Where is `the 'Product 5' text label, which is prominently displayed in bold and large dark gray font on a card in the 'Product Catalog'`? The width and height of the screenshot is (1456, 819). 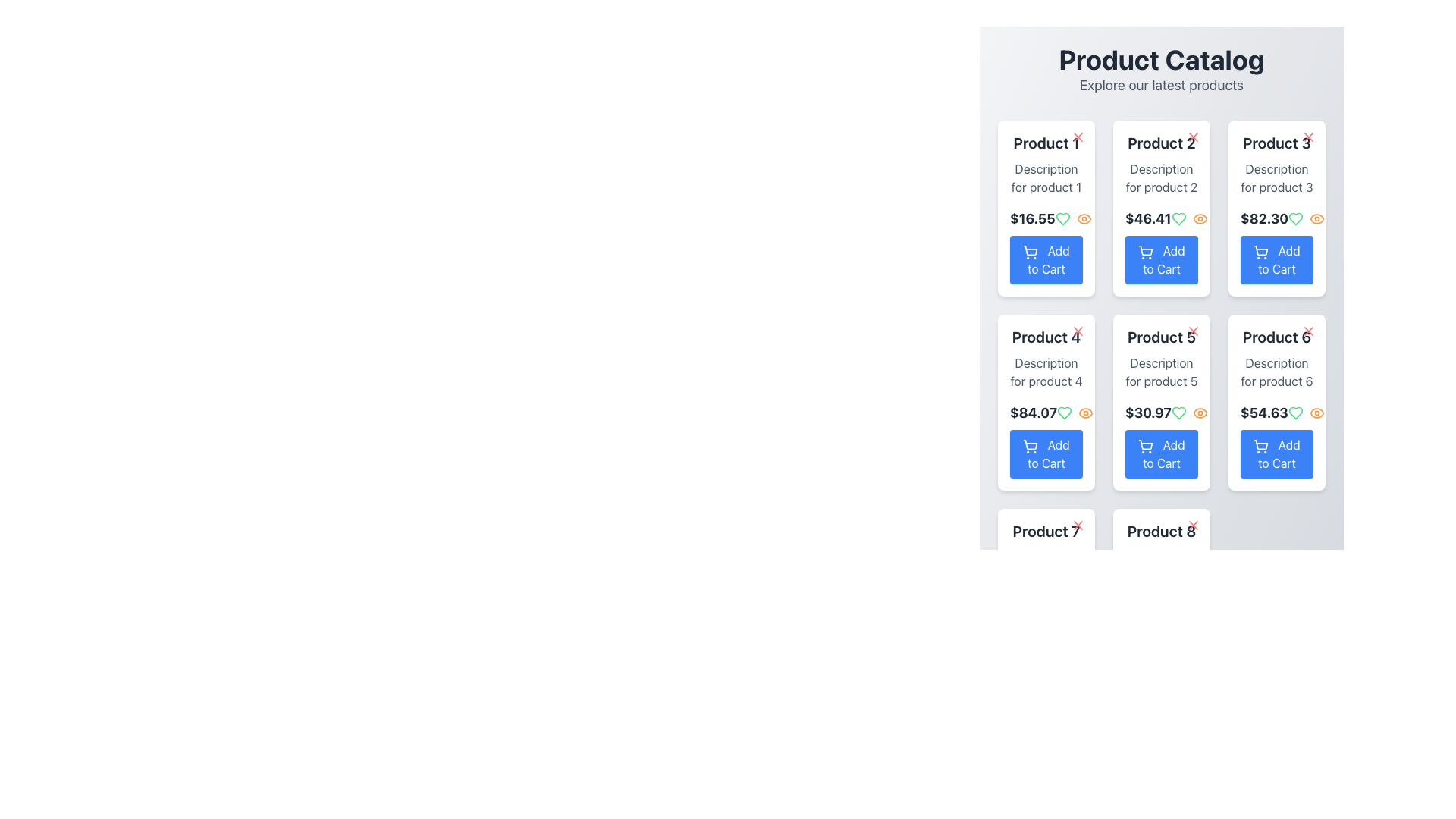 the 'Product 5' text label, which is prominently displayed in bold and large dark gray font on a card in the 'Product Catalog' is located at coordinates (1160, 336).